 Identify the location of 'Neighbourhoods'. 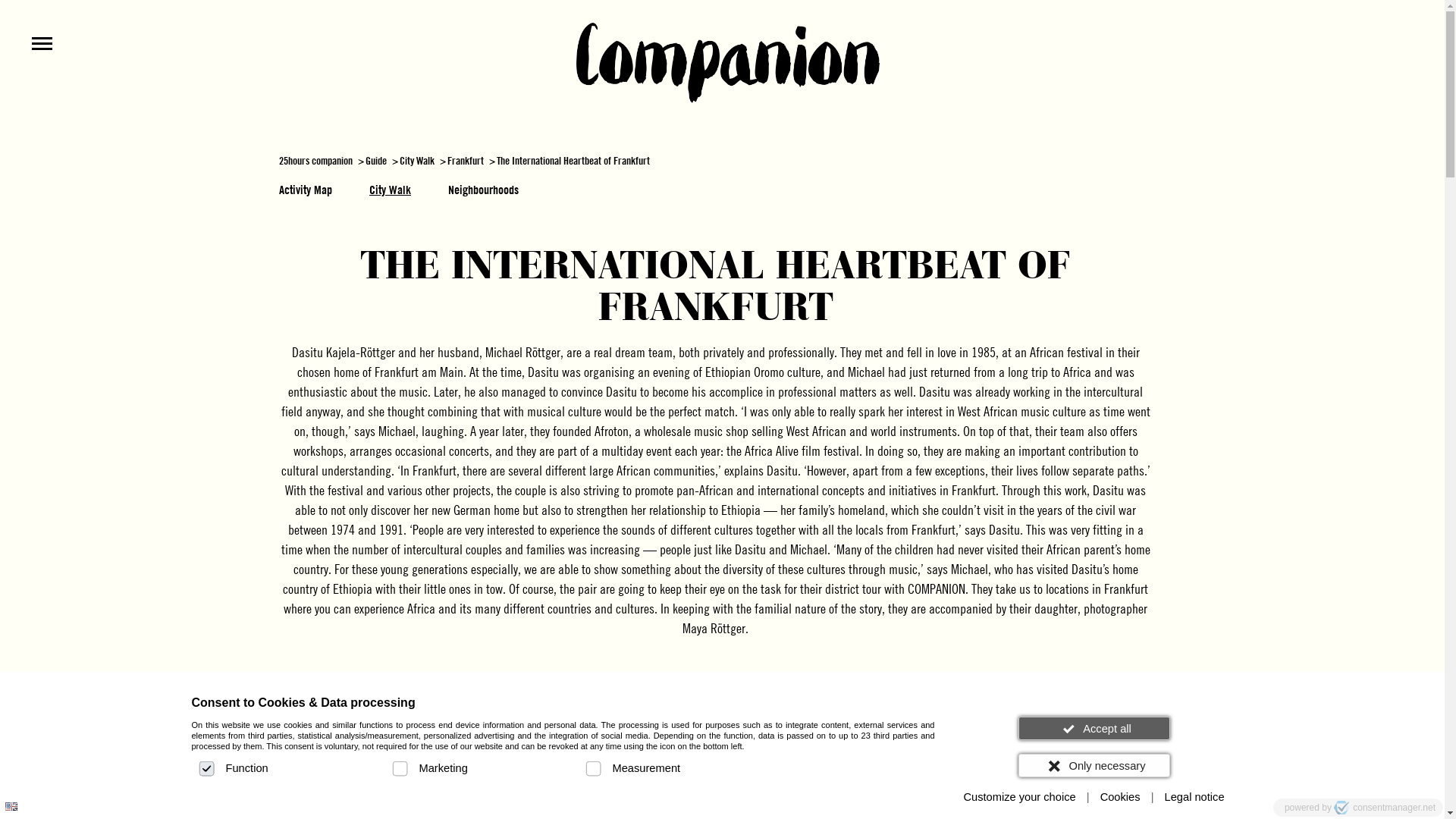
(482, 189).